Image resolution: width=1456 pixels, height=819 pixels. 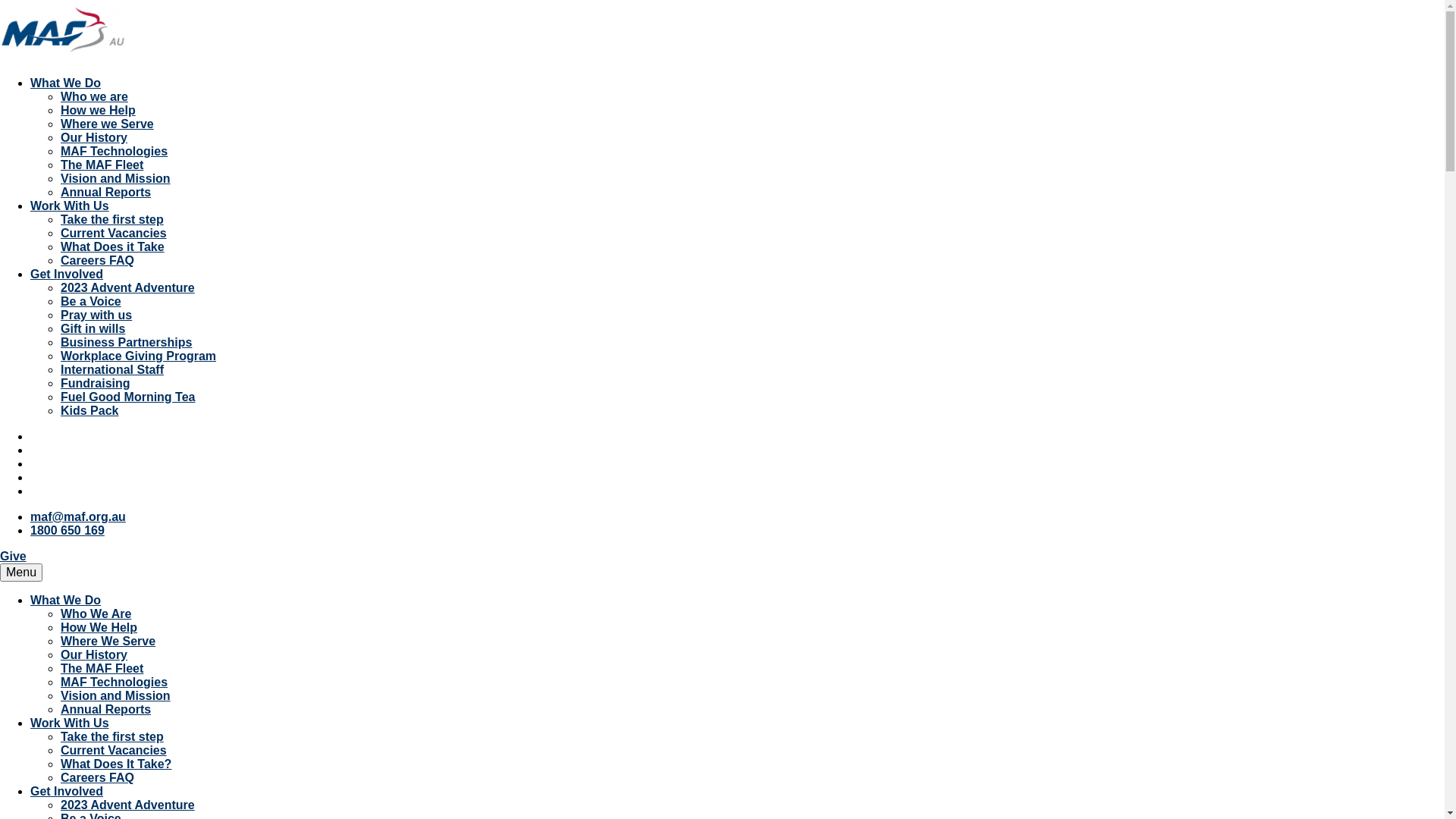 I want to click on 'Menu', so click(x=21, y=573).